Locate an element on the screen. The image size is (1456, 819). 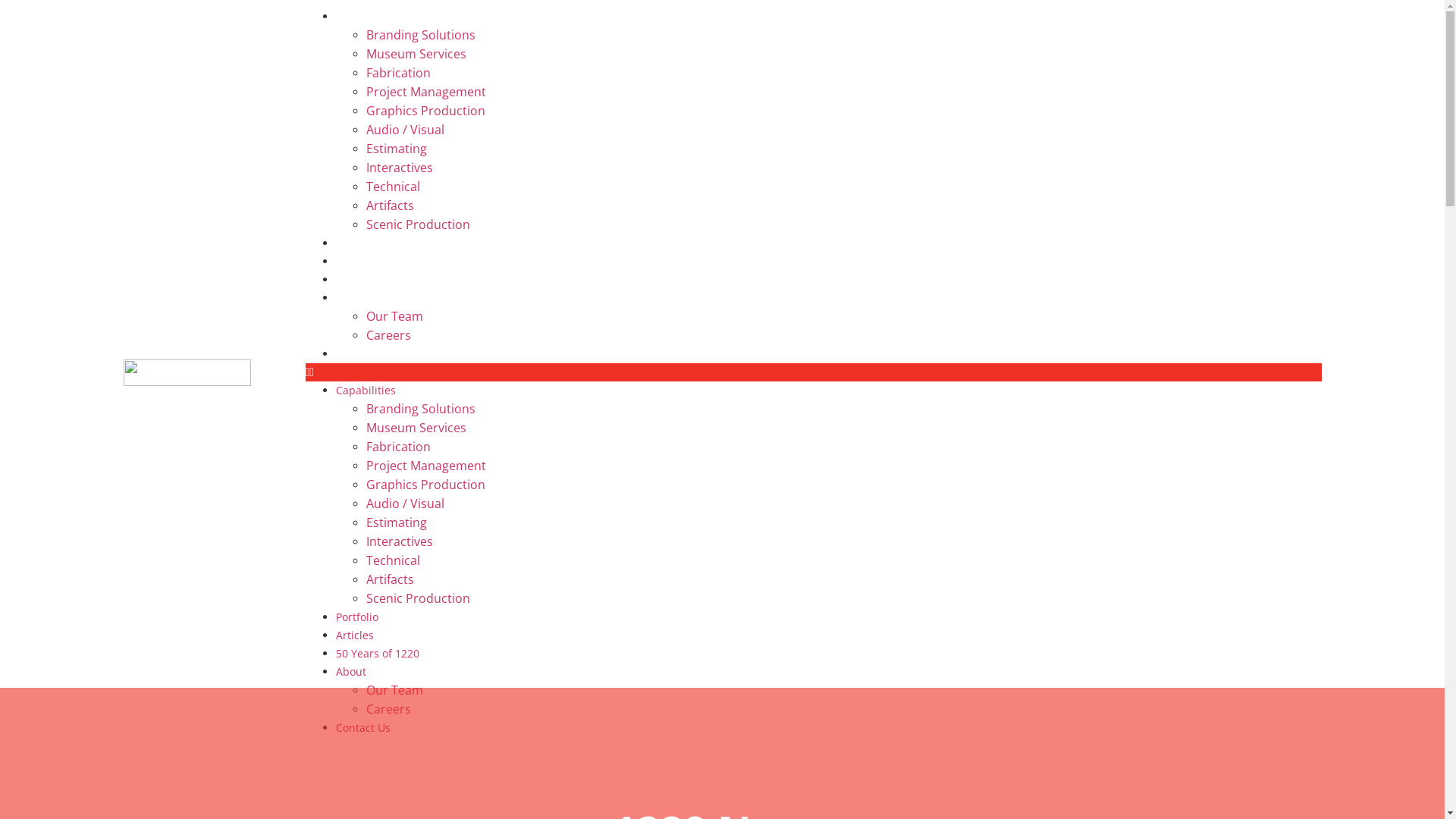
'Interactives' is located at coordinates (399, 540).